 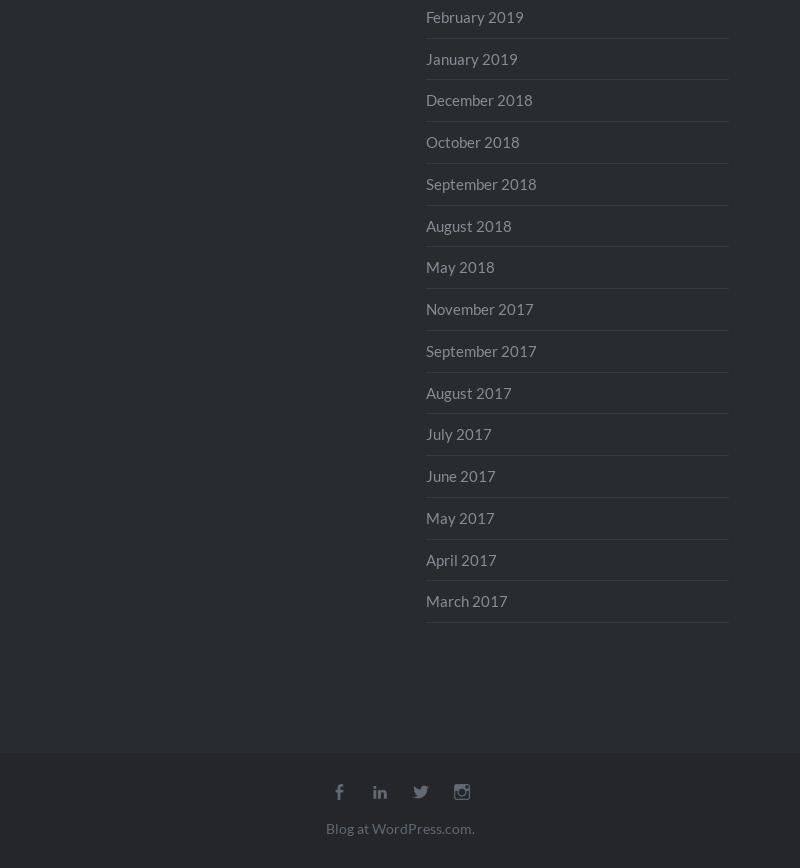 What do you see at coordinates (426, 516) in the screenshot?
I see `'May 2017'` at bounding box center [426, 516].